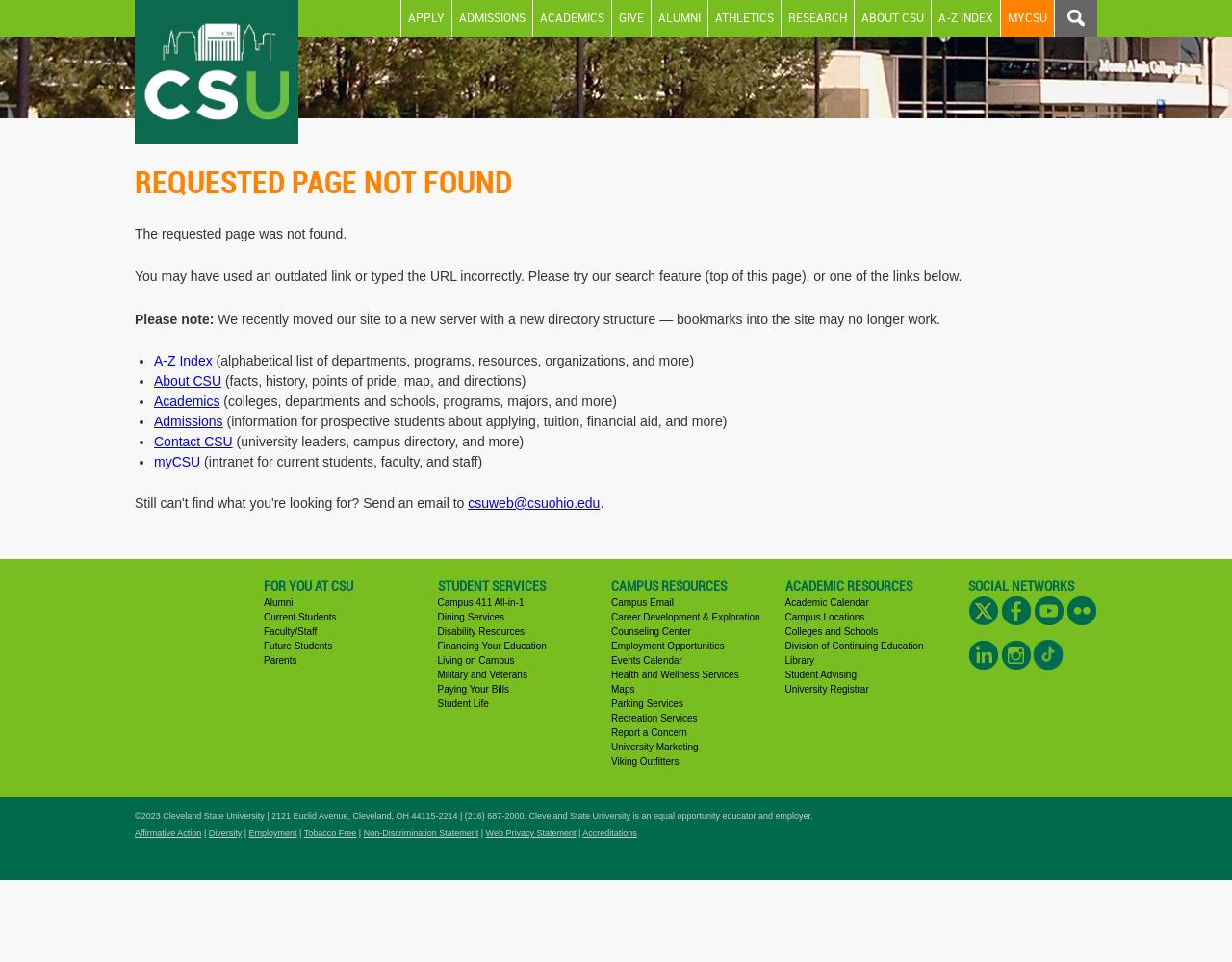  What do you see at coordinates (490, 585) in the screenshot?
I see `'Student Services'` at bounding box center [490, 585].